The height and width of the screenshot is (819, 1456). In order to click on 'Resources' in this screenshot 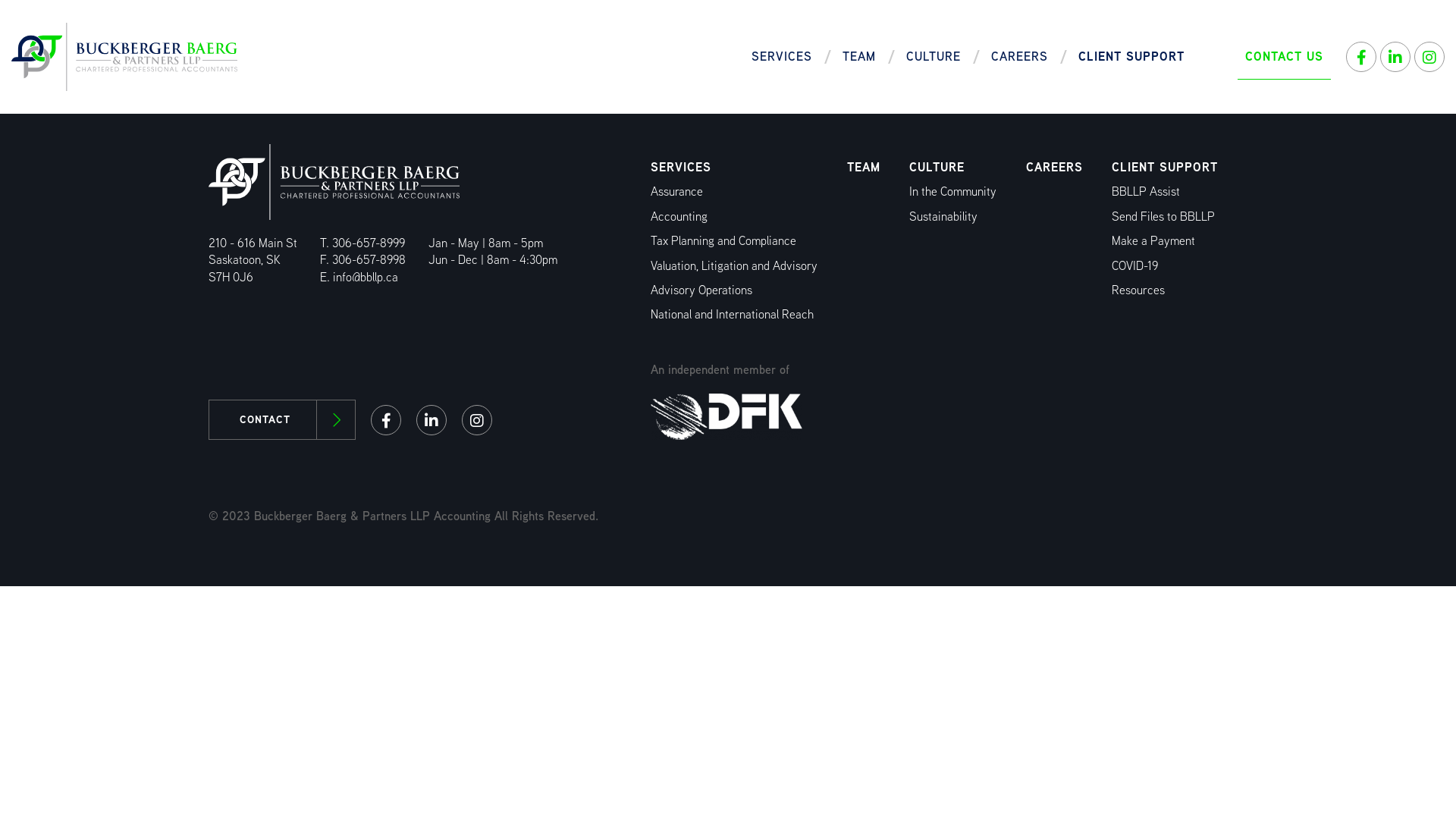, I will do `click(1138, 290)`.